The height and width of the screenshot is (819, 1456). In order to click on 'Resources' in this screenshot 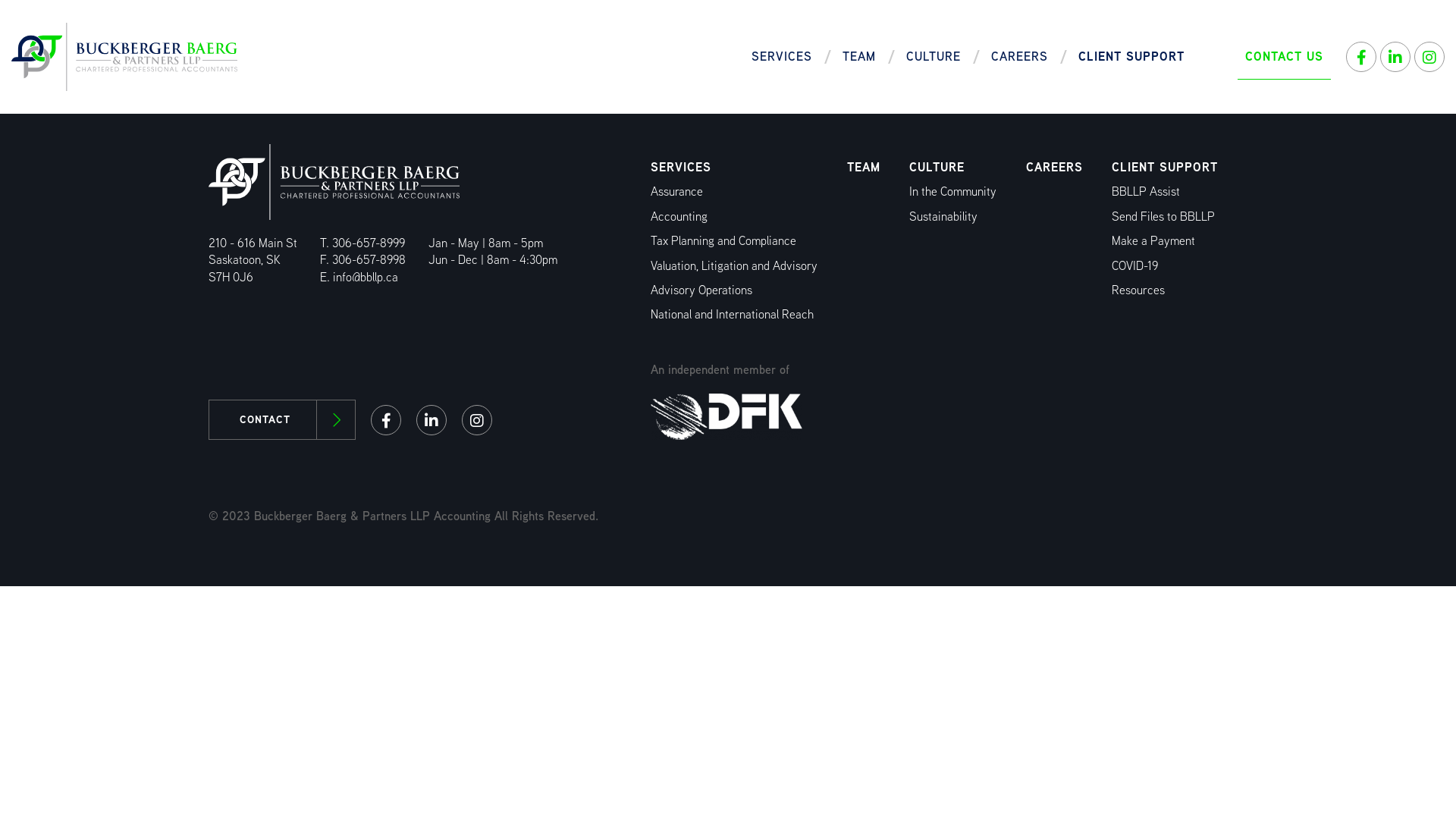, I will do `click(1138, 290)`.